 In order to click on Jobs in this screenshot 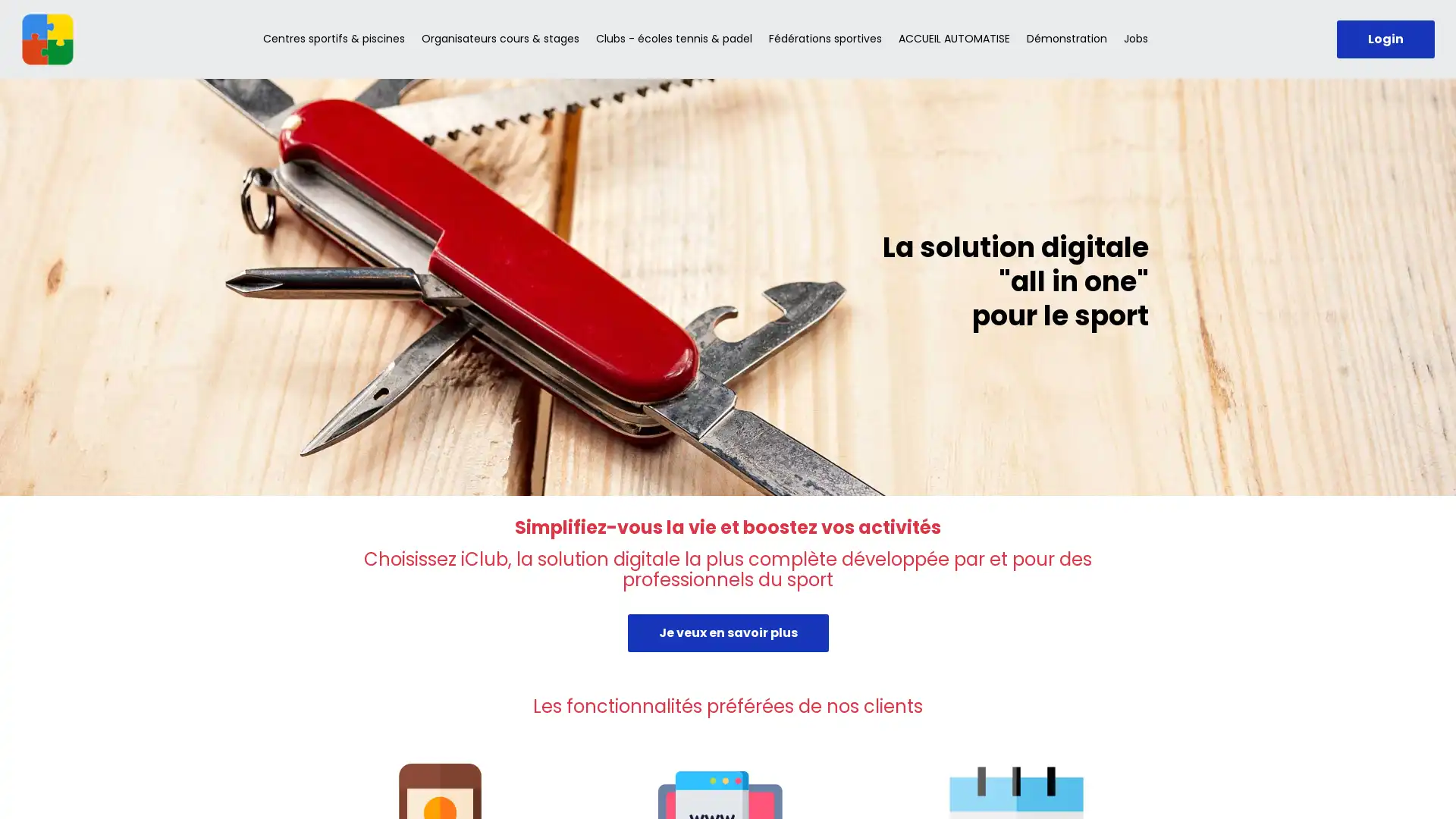, I will do `click(1135, 38)`.